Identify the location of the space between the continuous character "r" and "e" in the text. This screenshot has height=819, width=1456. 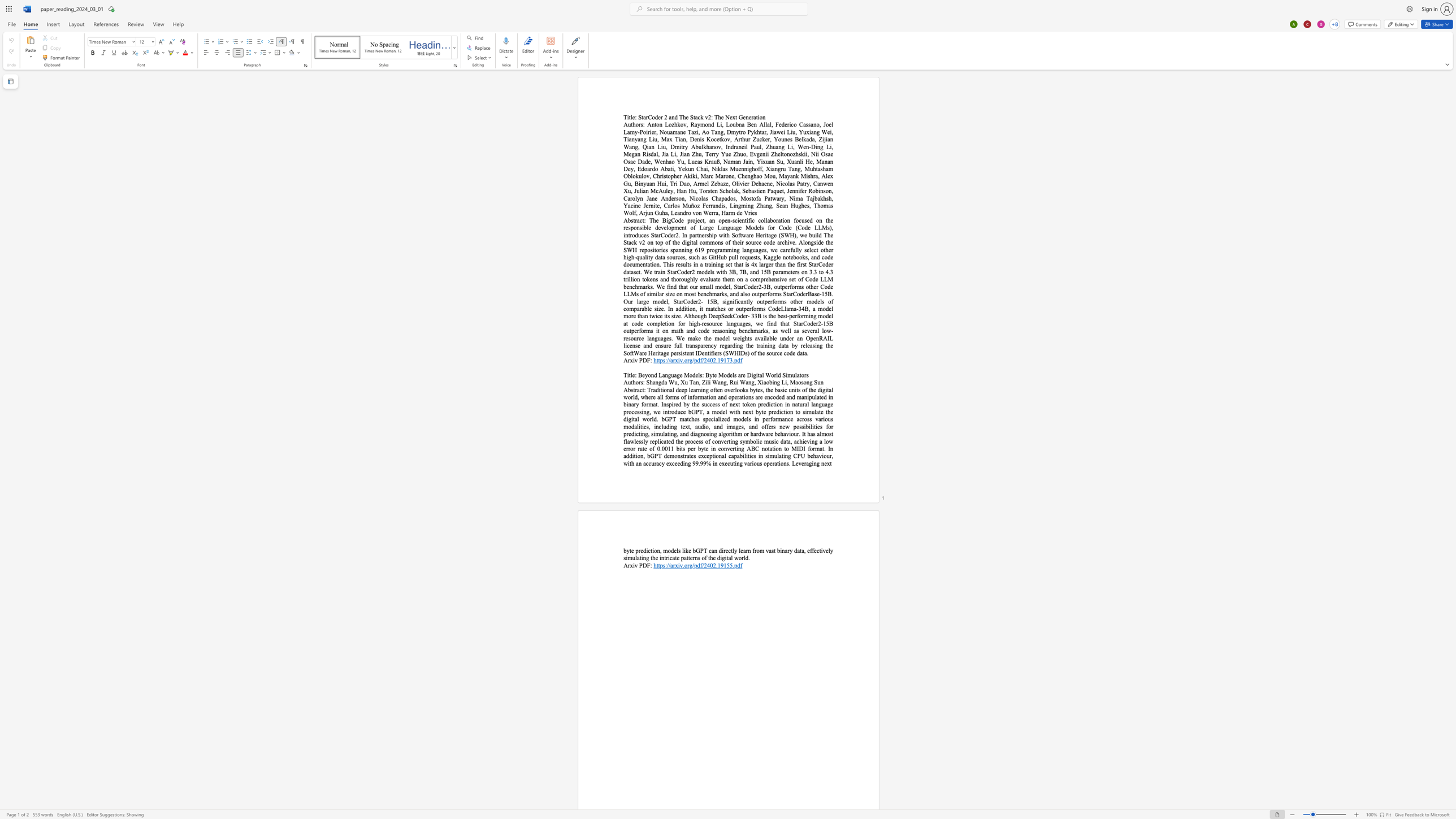
(742, 375).